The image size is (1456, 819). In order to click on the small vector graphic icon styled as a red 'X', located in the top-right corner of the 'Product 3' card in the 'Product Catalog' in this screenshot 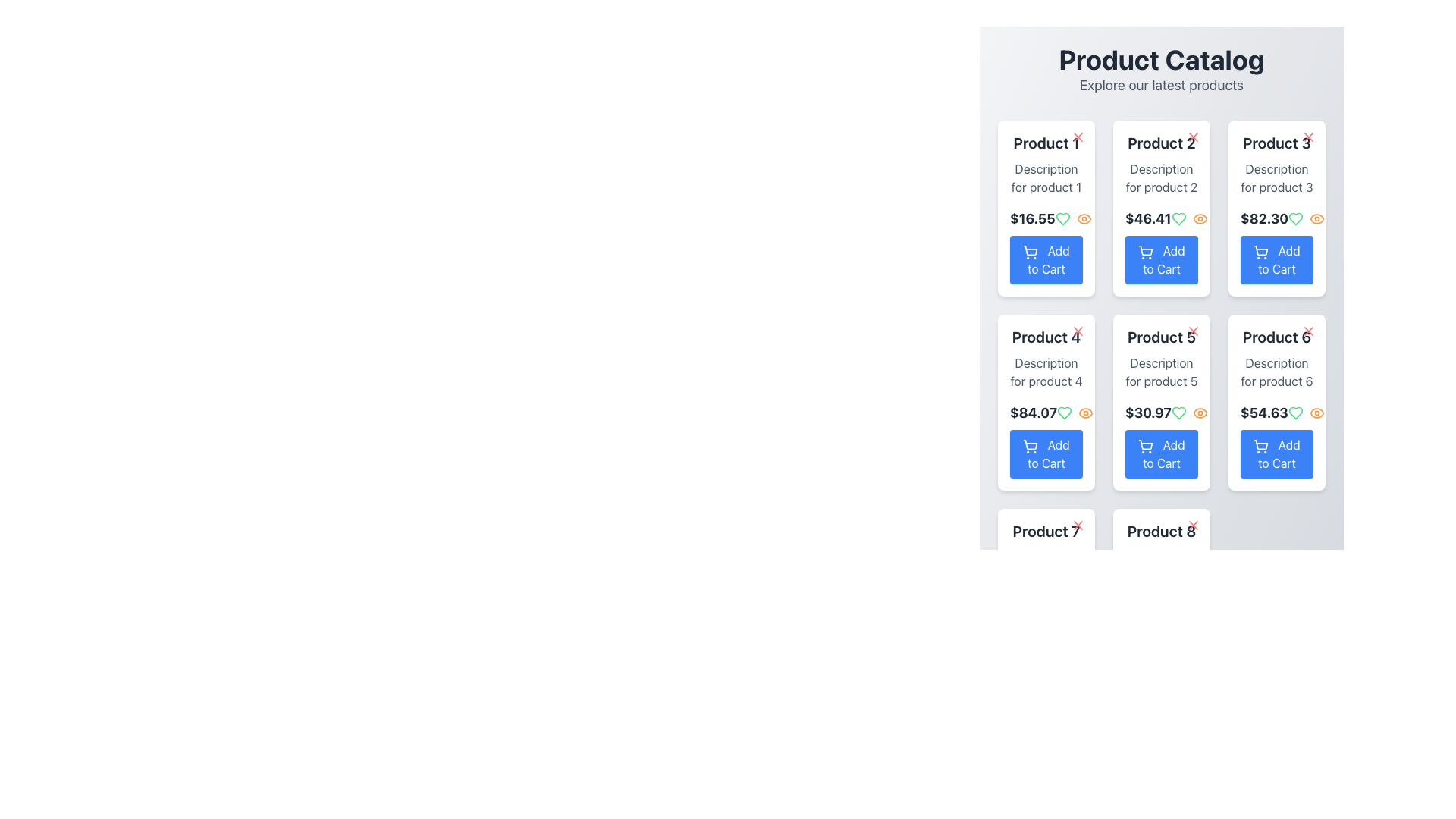, I will do `click(1308, 137)`.